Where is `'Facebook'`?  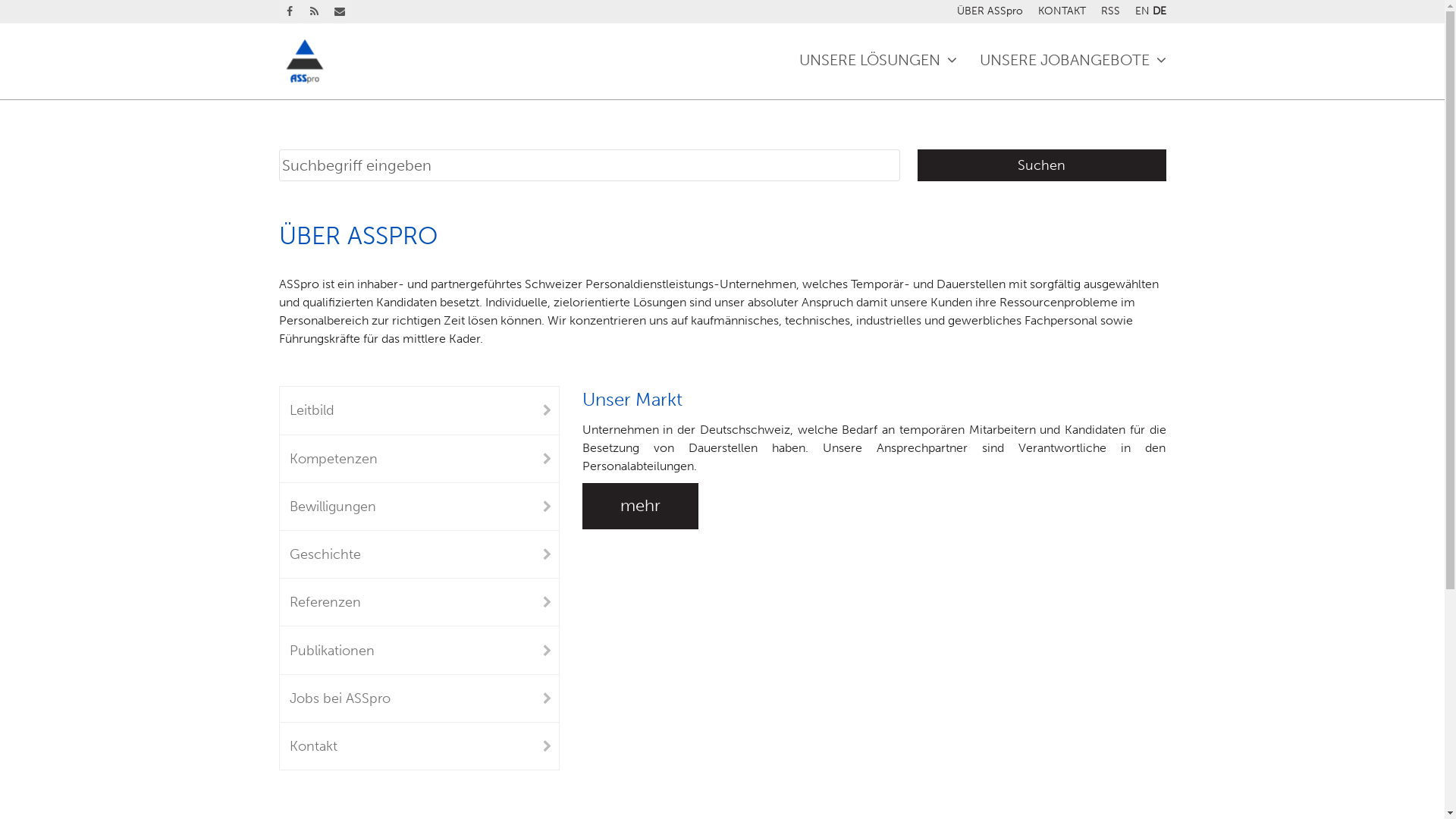
'Facebook' is located at coordinates (279, 11).